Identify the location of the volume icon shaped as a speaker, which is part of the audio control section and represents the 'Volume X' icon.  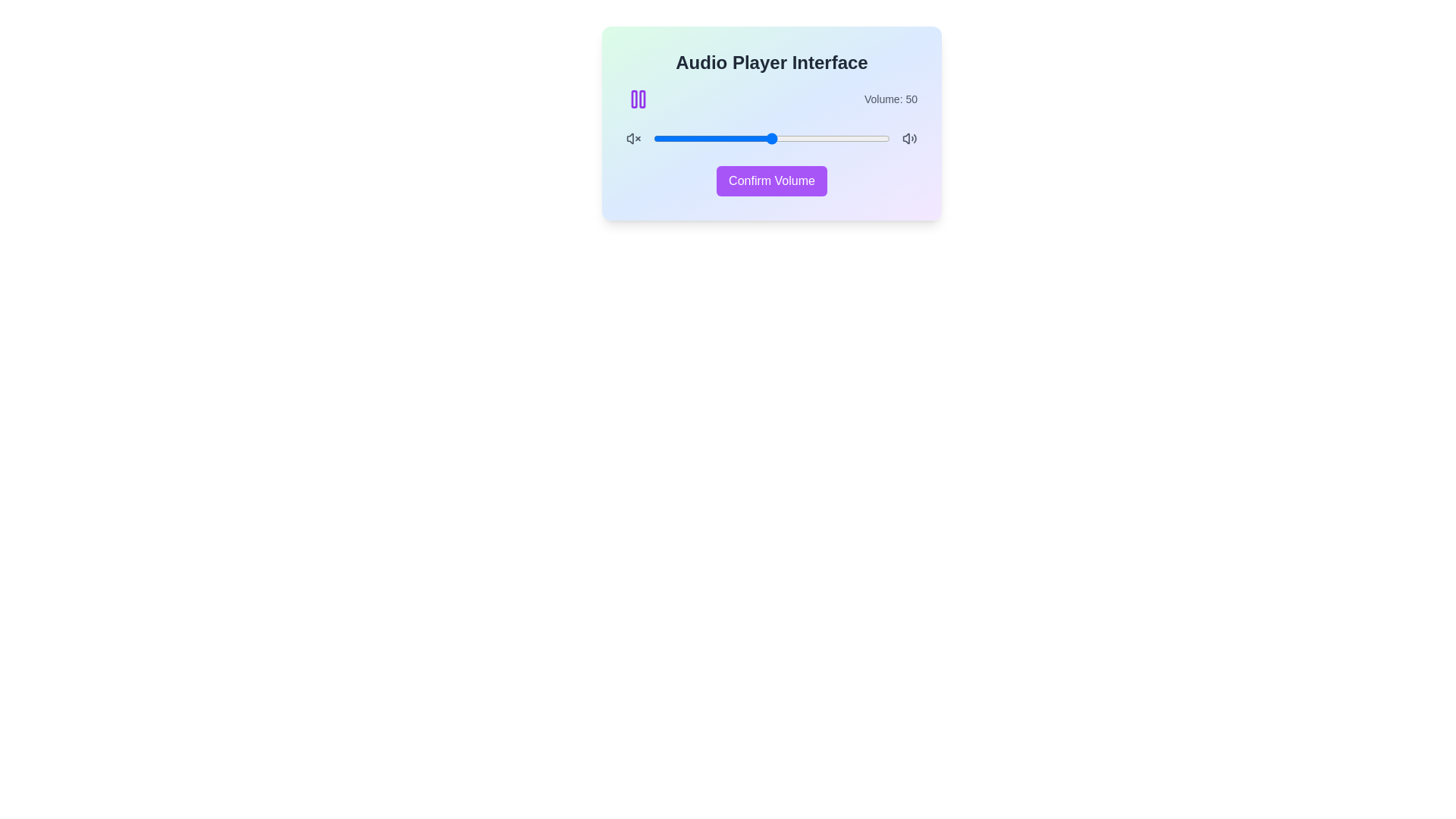
(630, 138).